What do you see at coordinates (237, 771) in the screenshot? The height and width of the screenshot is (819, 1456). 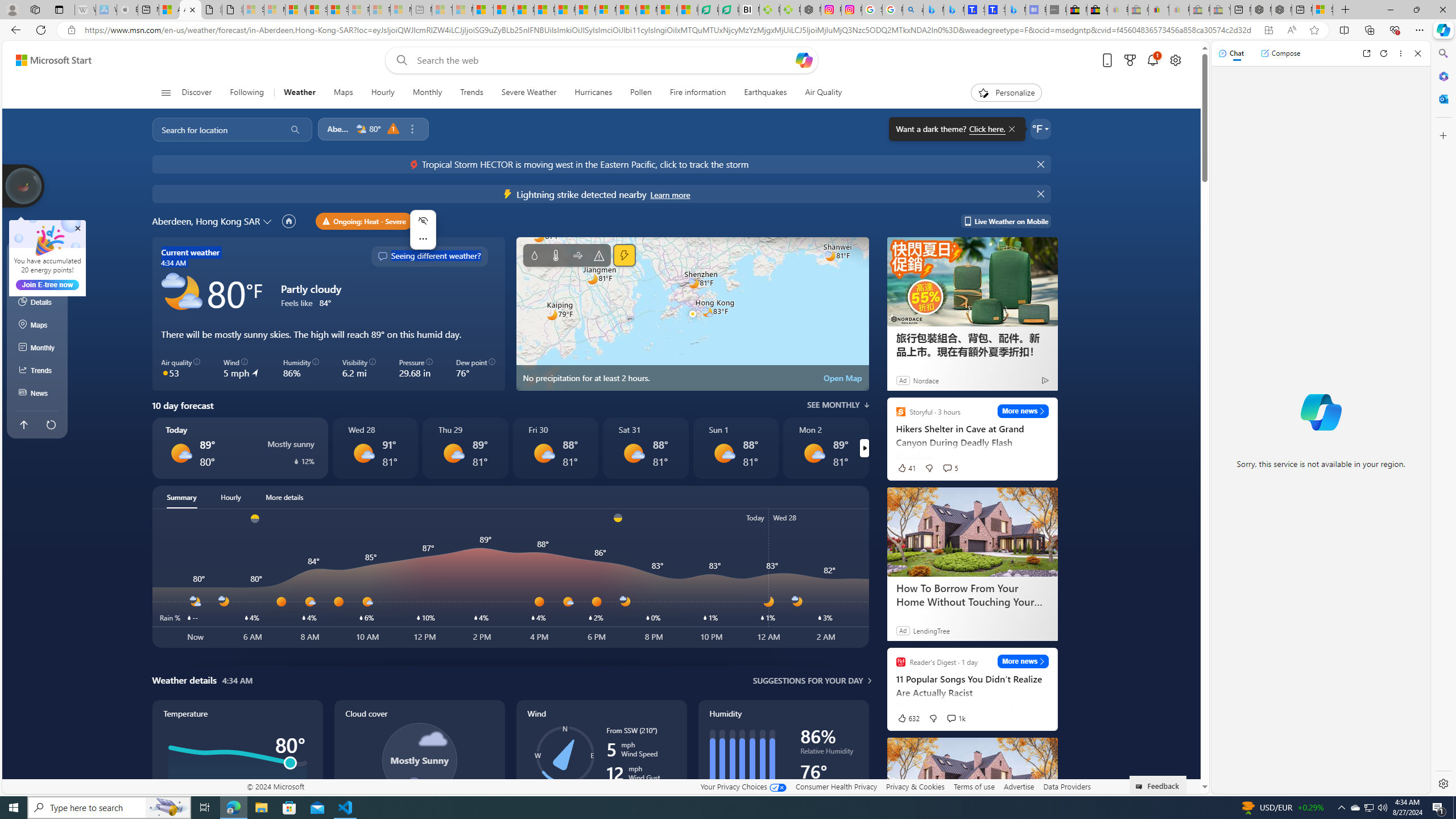 I see `'Temperature'` at bounding box center [237, 771].